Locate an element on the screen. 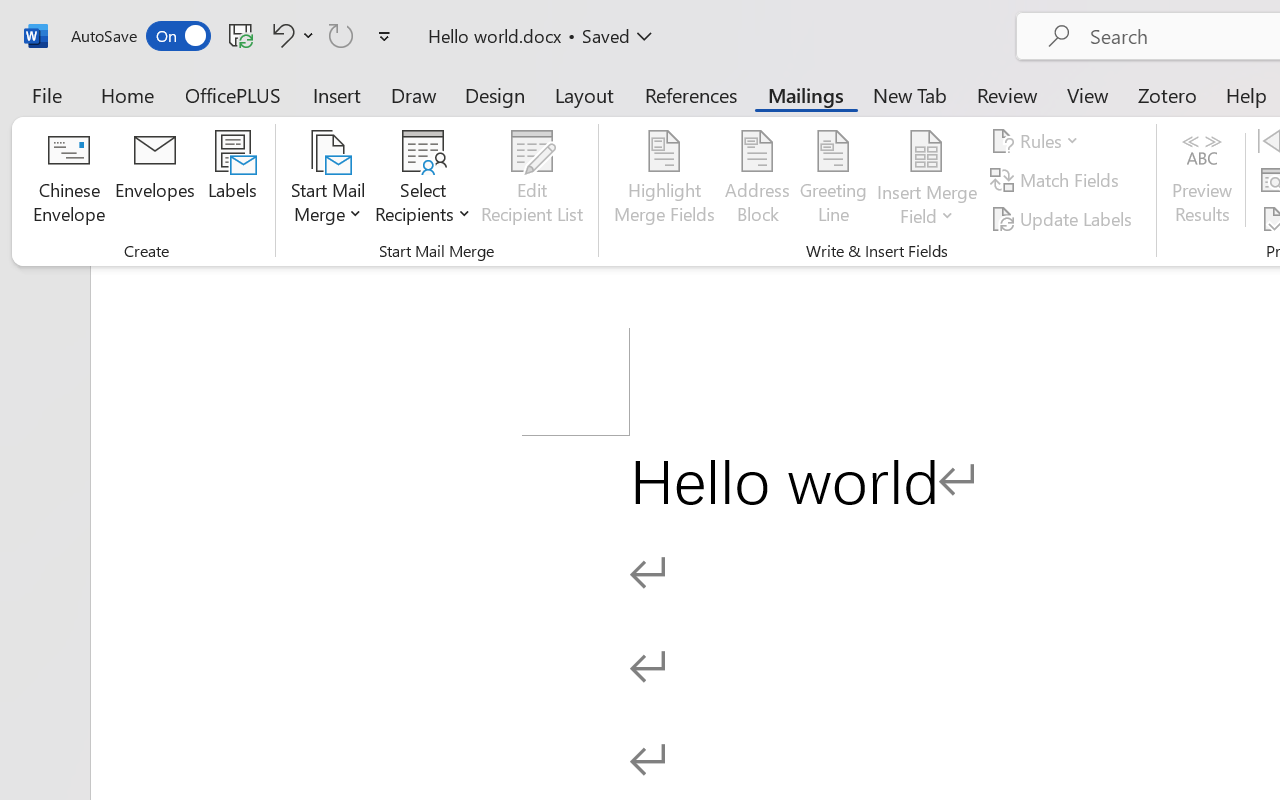 The width and height of the screenshot is (1280, 800). 'Customize Quick Access Toolbar' is located at coordinates (384, 35).